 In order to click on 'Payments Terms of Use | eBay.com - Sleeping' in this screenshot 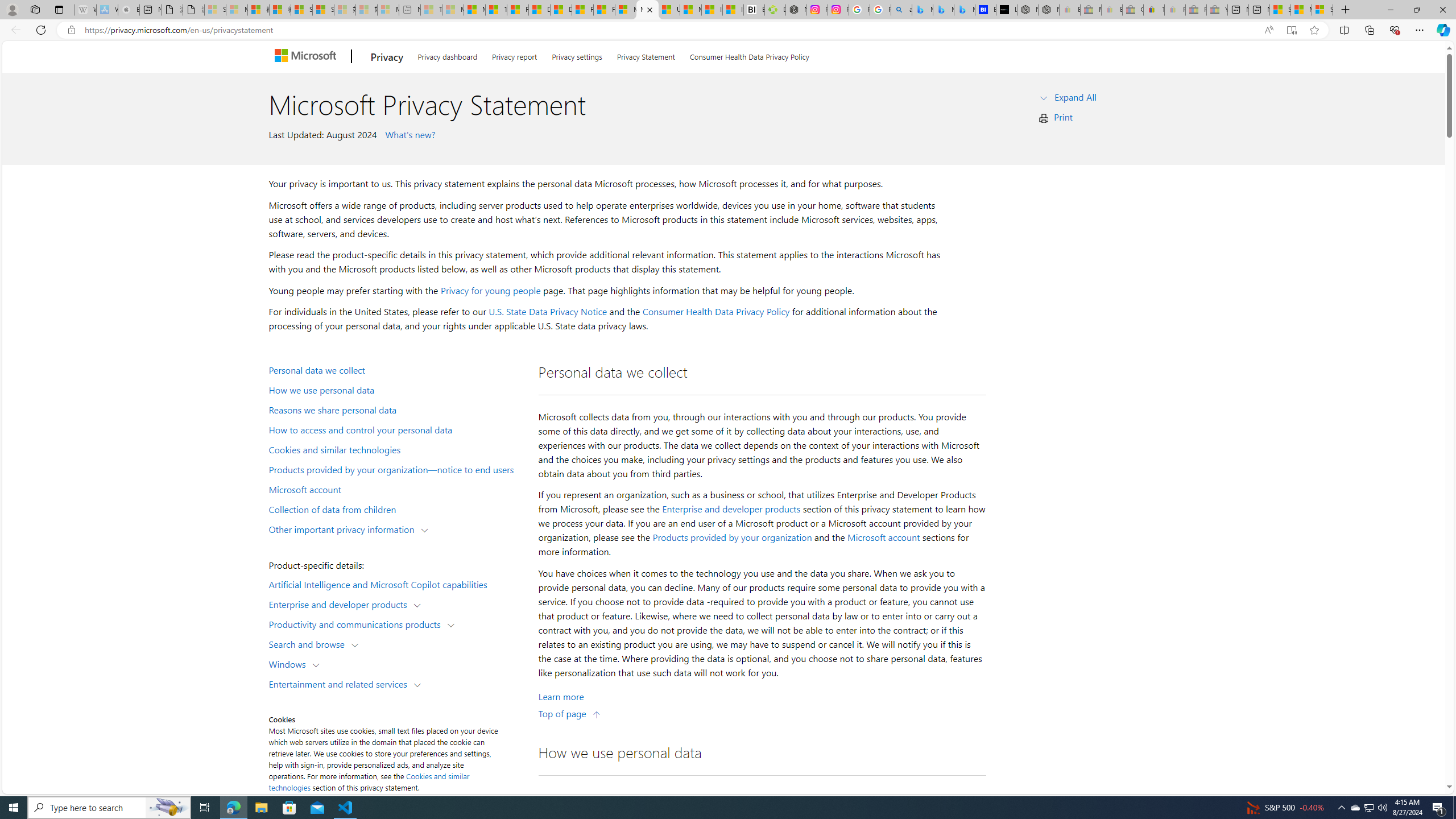, I will do `click(1174, 9)`.